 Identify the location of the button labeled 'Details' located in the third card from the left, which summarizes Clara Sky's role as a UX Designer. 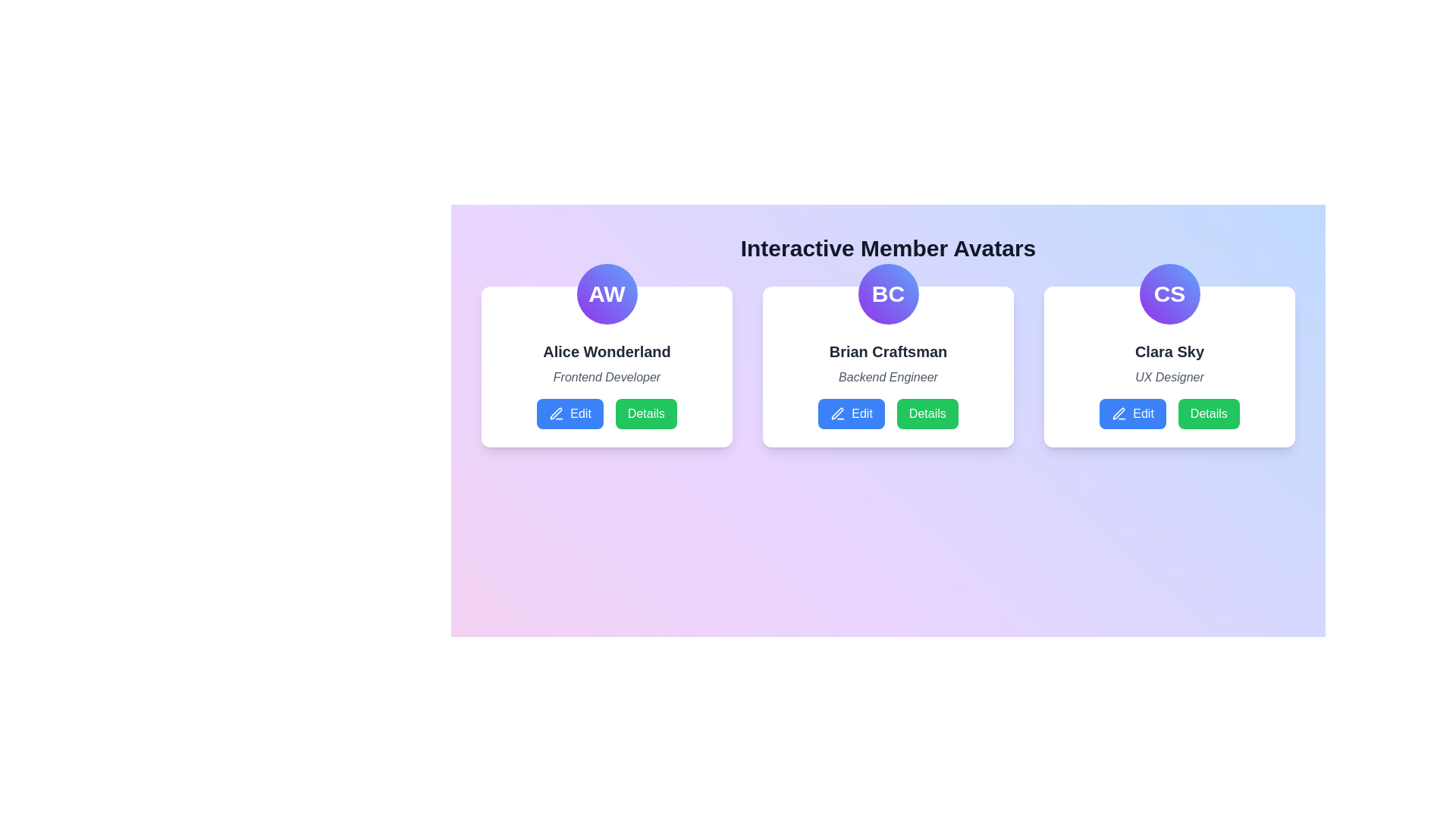
(1169, 384).